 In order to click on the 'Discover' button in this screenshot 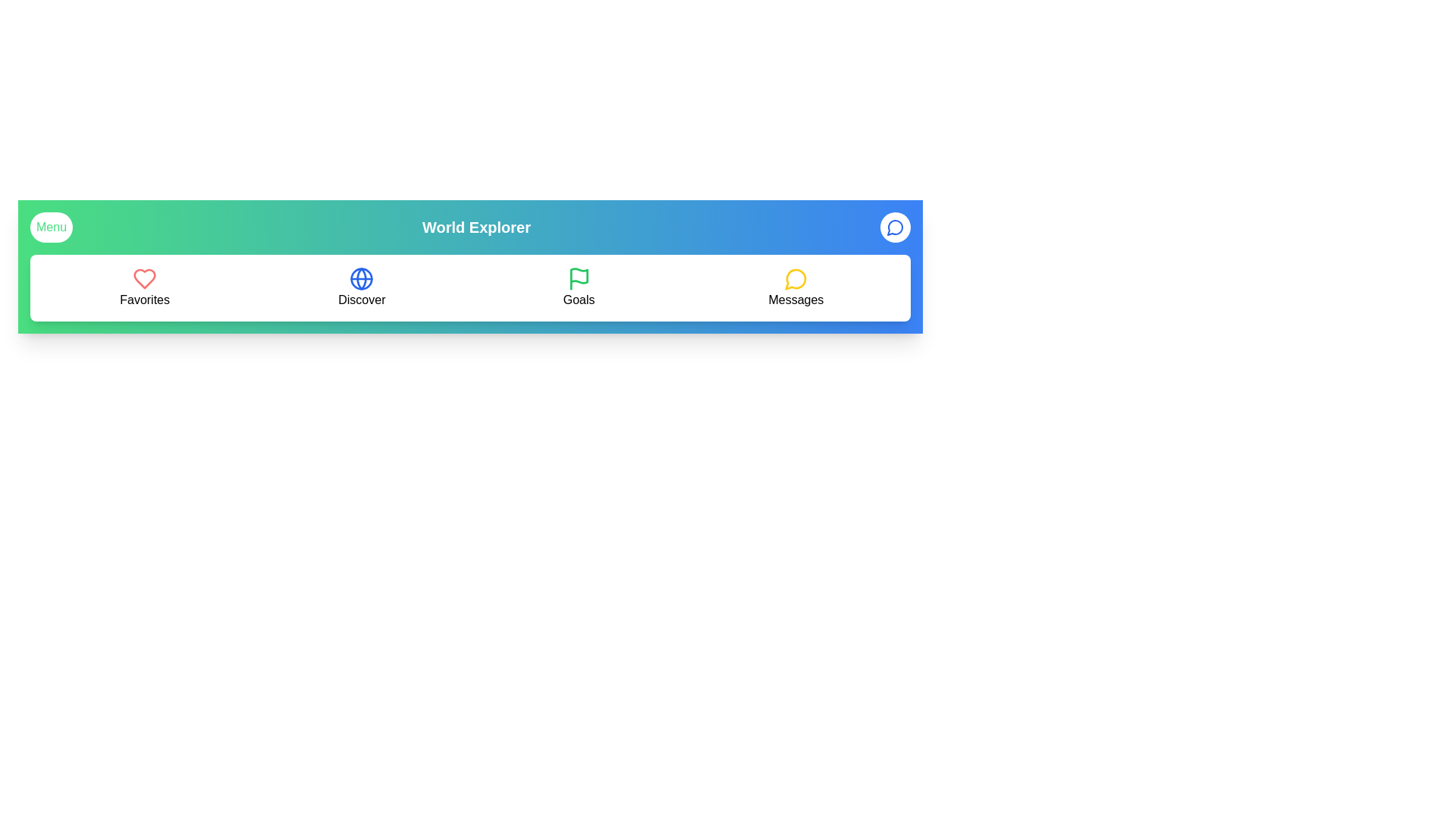, I will do `click(360, 288)`.